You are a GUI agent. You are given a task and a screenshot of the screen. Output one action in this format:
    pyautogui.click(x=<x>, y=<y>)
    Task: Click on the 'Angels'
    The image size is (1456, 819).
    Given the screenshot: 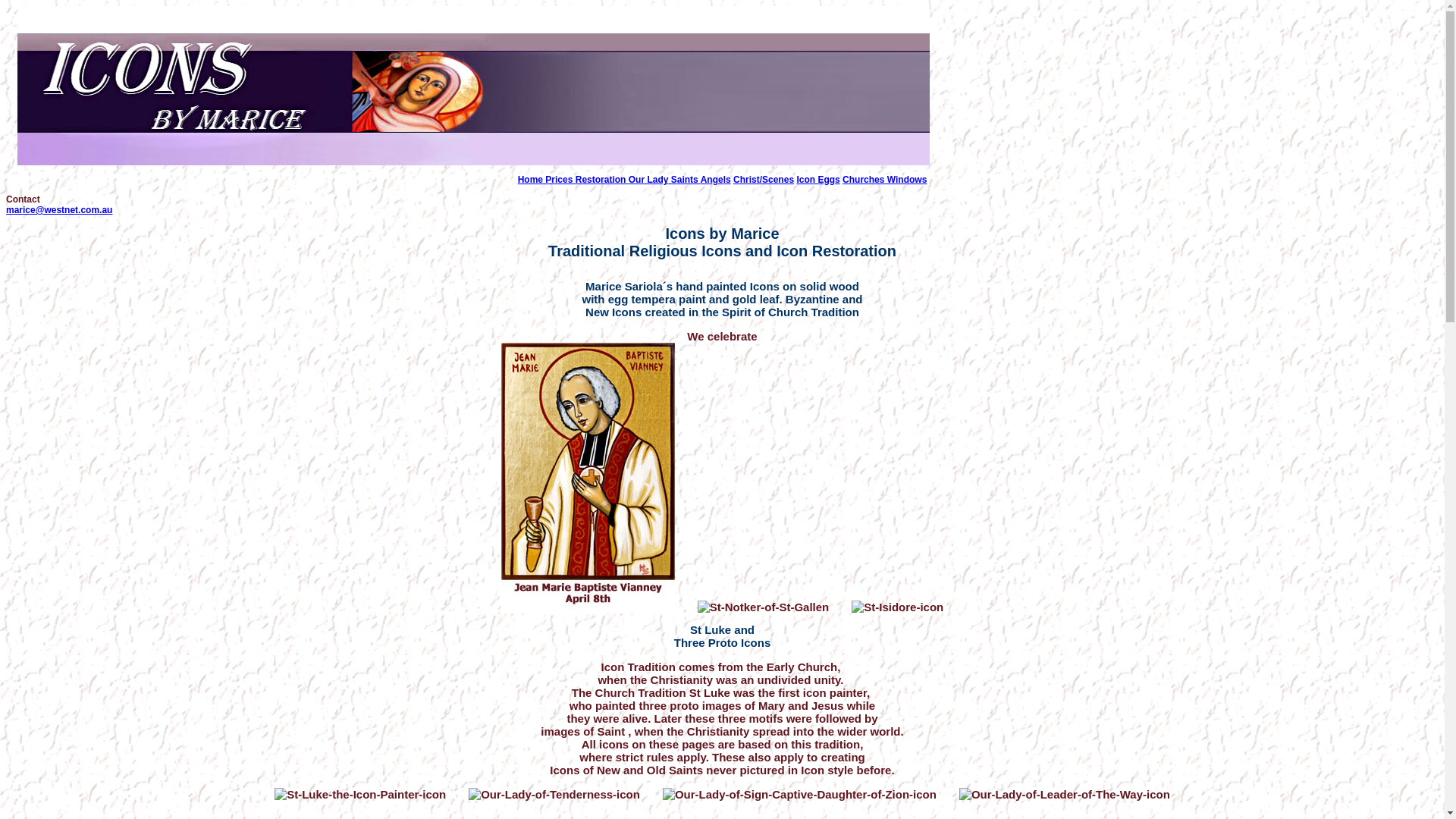 What is the action you would take?
    pyautogui.click(x=715, y=178)
    